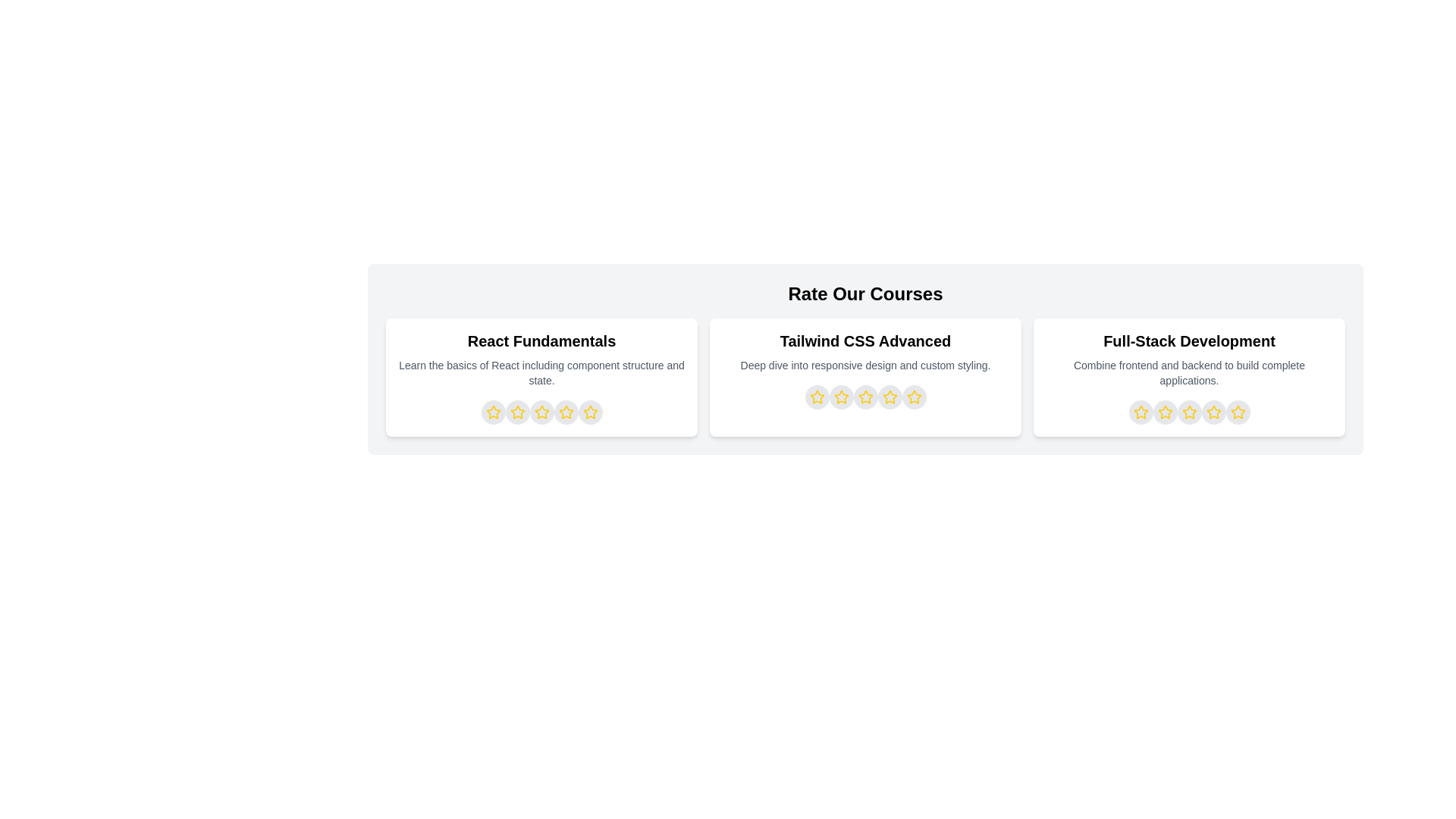 This screenshot has height=819, width=1456. What do you see at coordinates (1141, 412) in the screenshot?
I see `the star representing 1 stars for the course titled Full-Stack Development` at bounding box center [1141, 412].